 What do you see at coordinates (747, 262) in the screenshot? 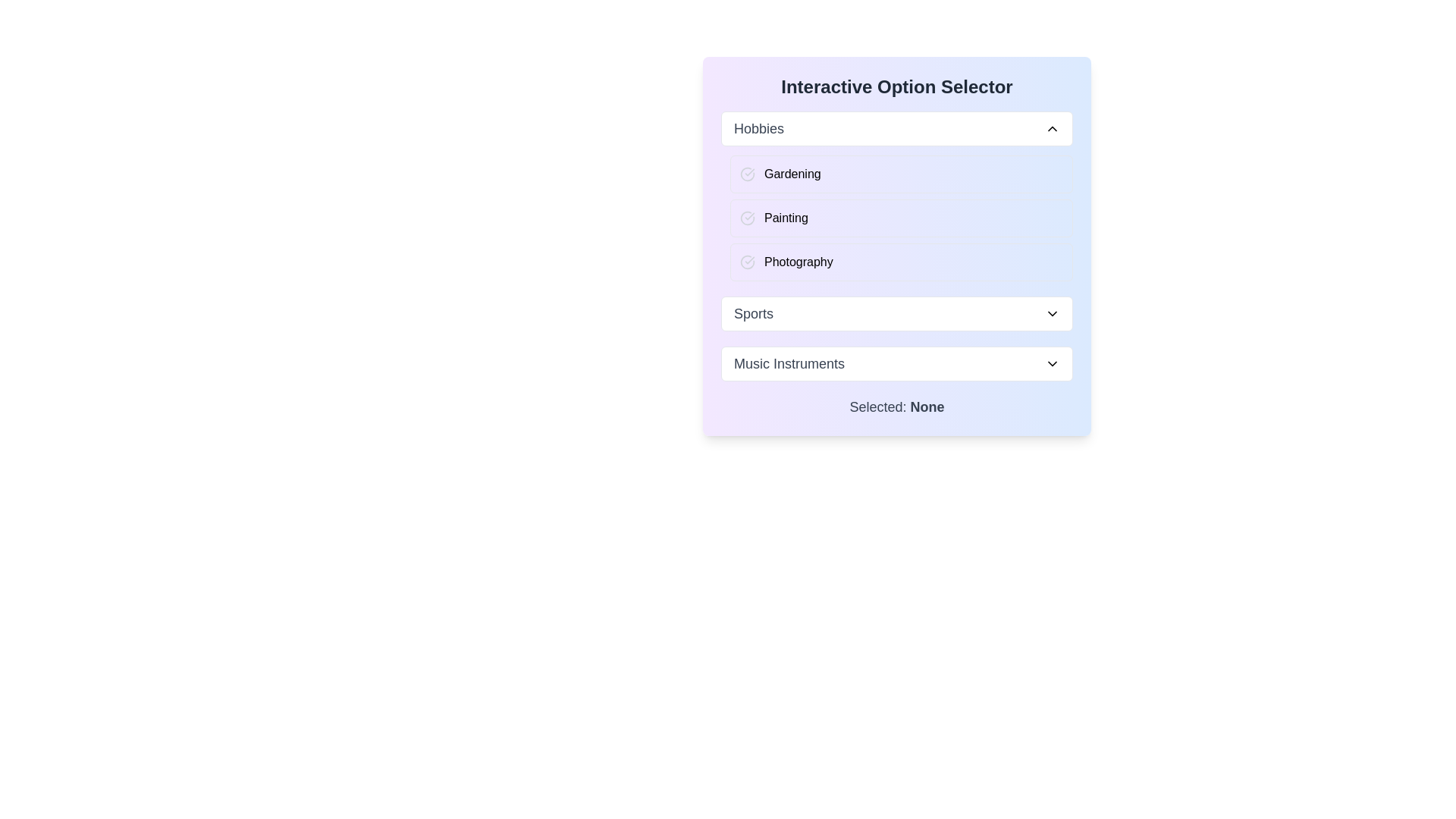
I see `the circular icon with a check mark` at bounding box center [747, 262].